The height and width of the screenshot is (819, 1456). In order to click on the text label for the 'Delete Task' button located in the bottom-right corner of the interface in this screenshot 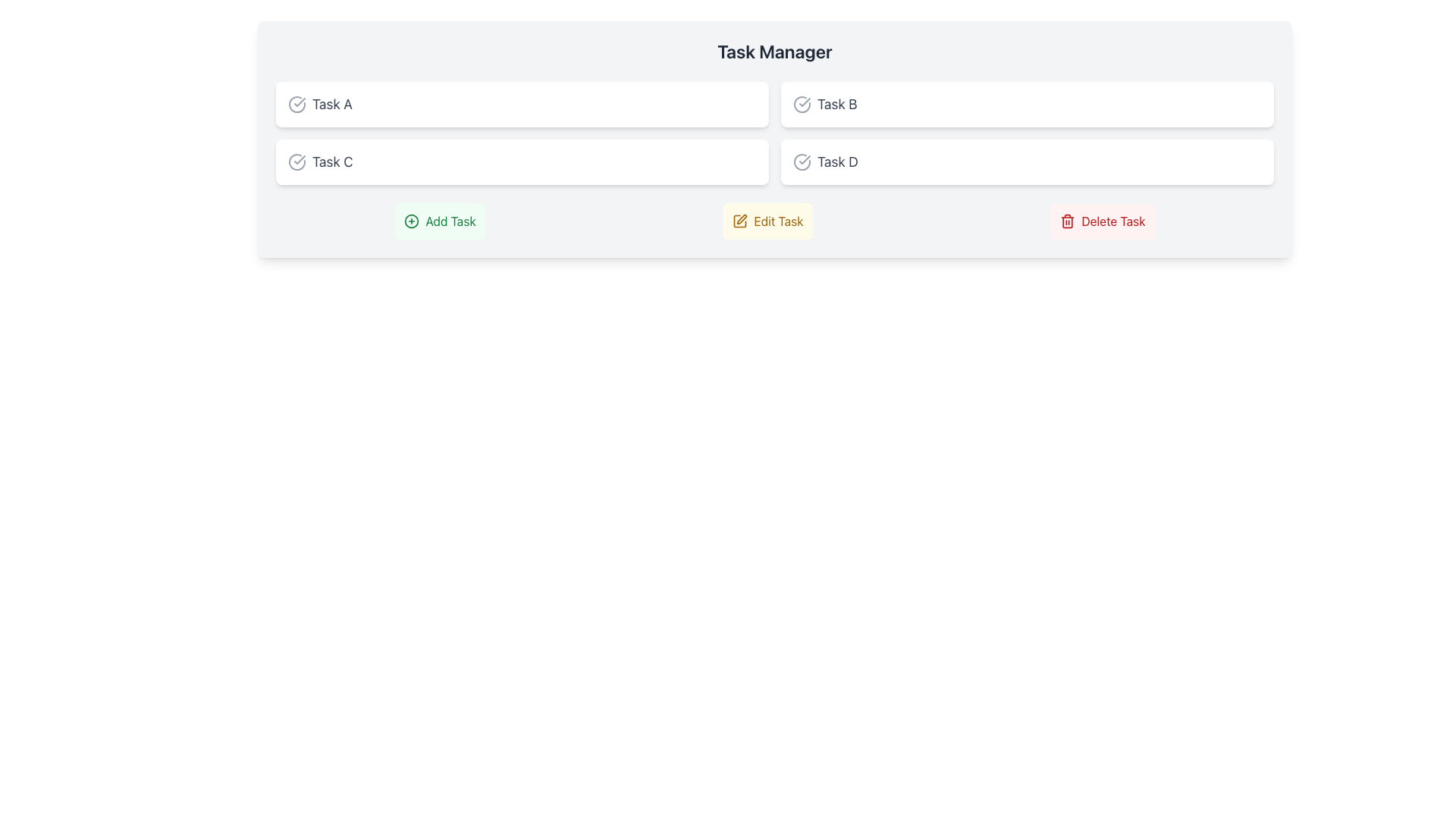, I will do `click(1113, 221)`.